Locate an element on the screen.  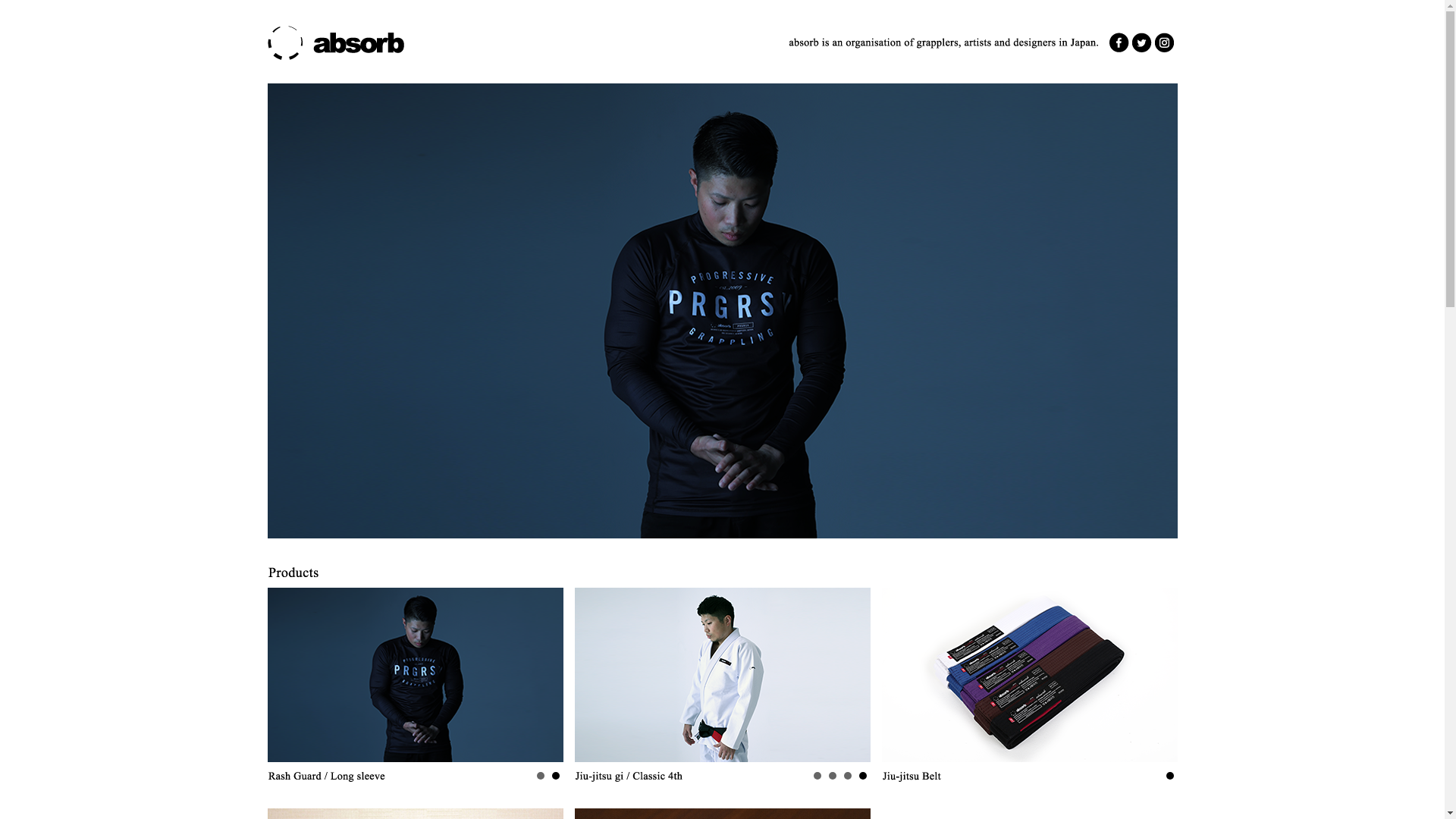
'1' is located at coordinates (1165, 775).